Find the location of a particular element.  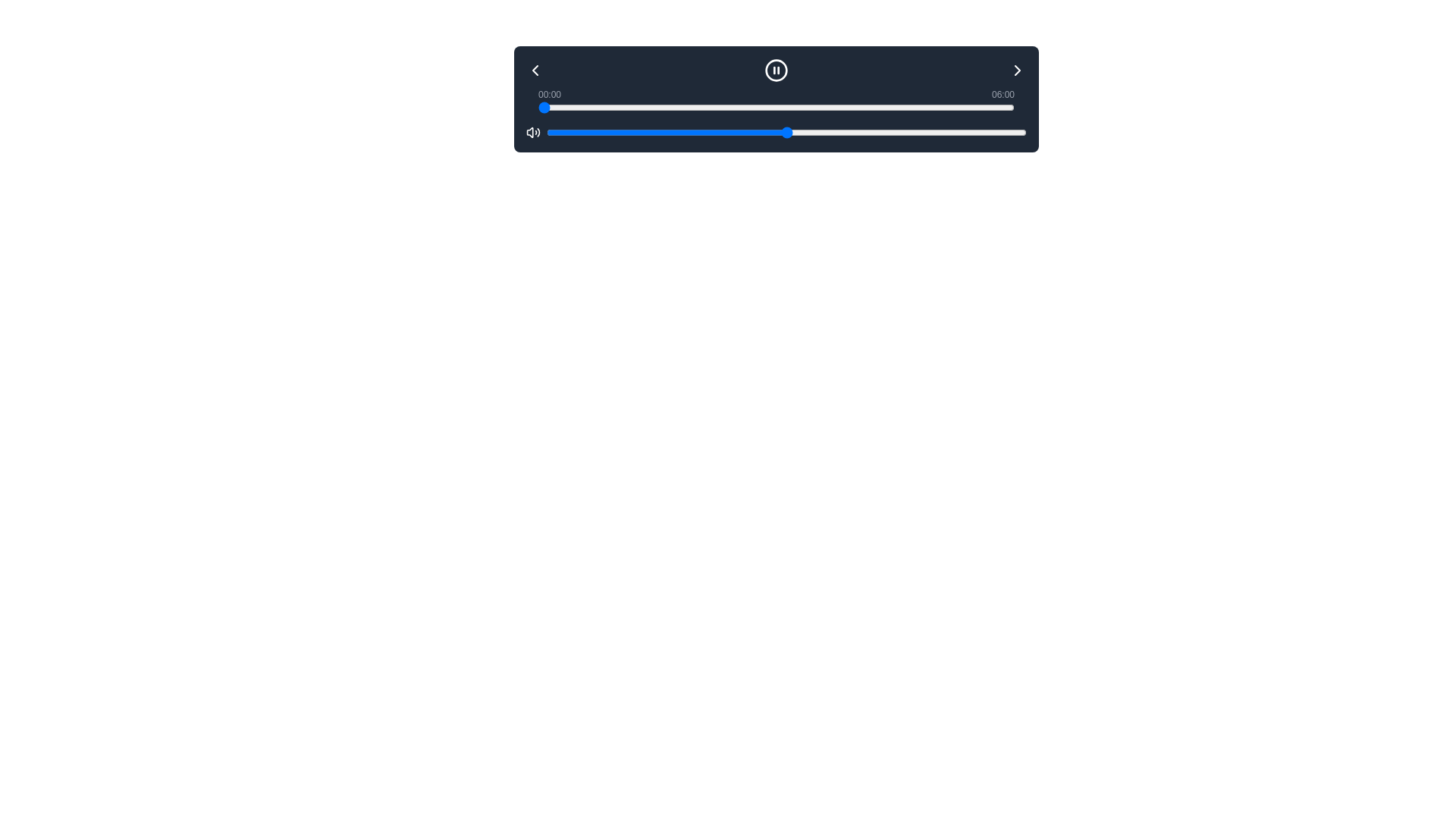

the slider is located at coordinates (638, 131).